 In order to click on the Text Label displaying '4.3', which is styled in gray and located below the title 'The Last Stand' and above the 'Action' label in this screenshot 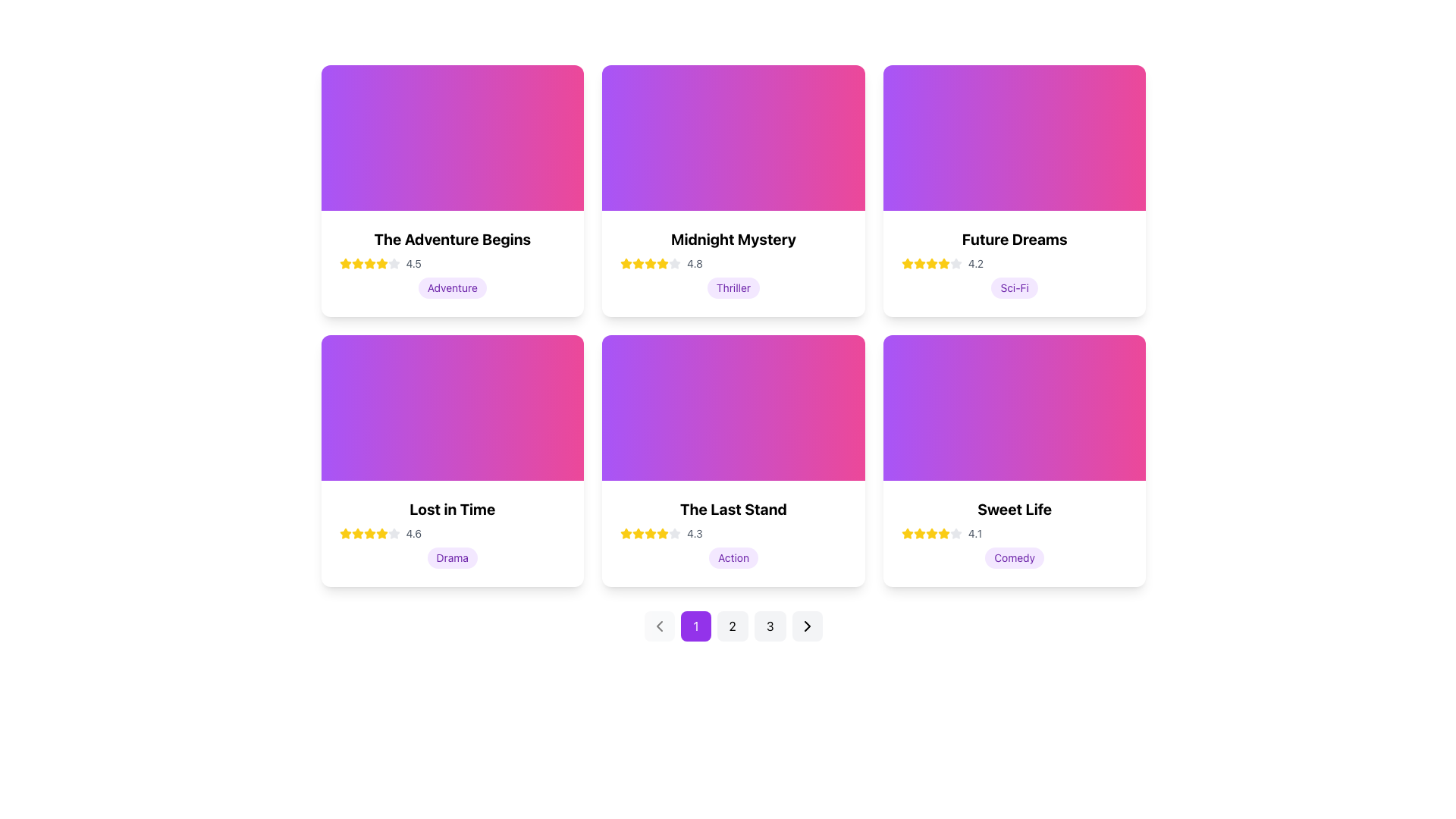, I will do `click(694, 533)`.